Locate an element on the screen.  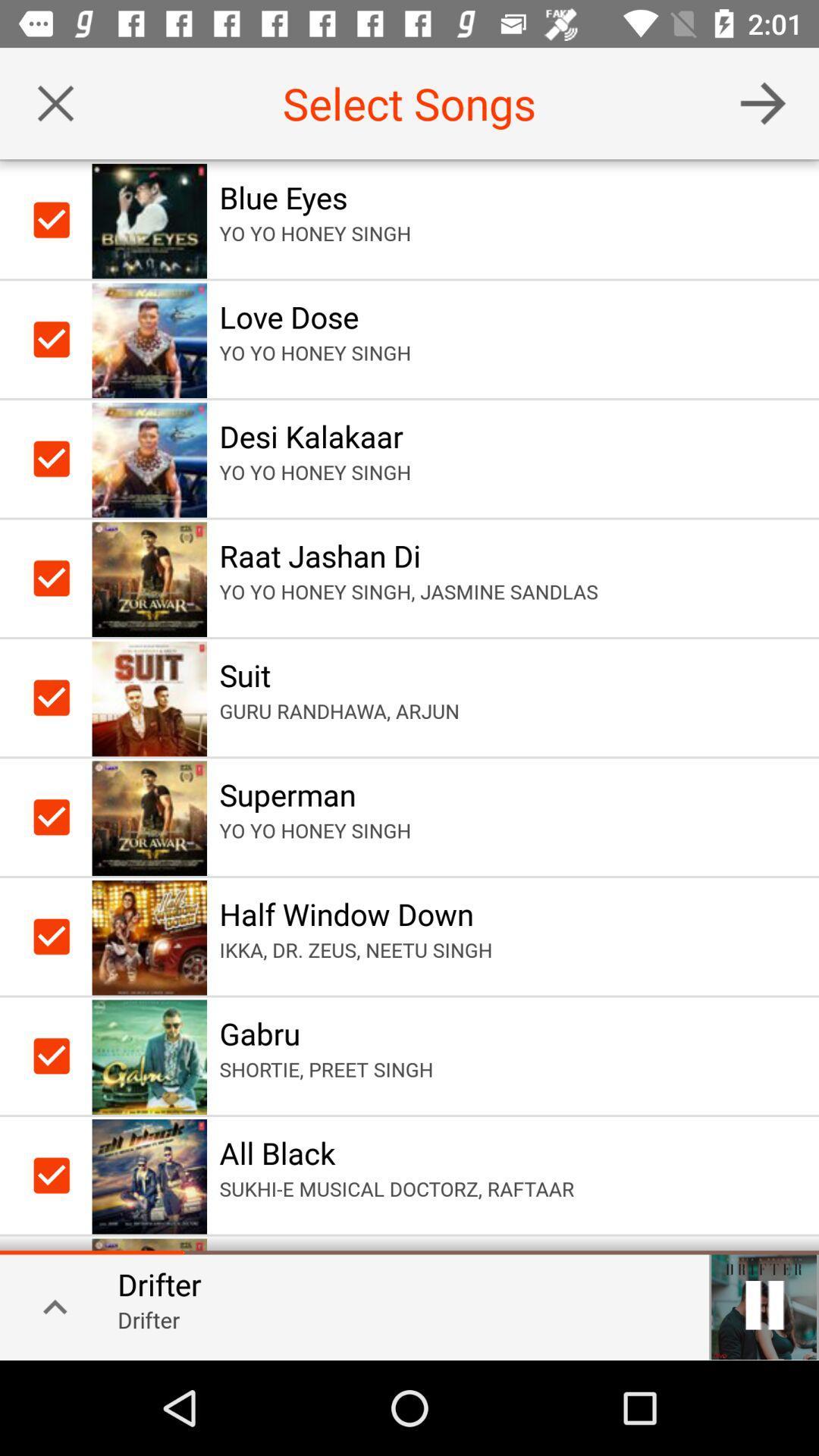
the image of superman is located at coordinates (149, 817).